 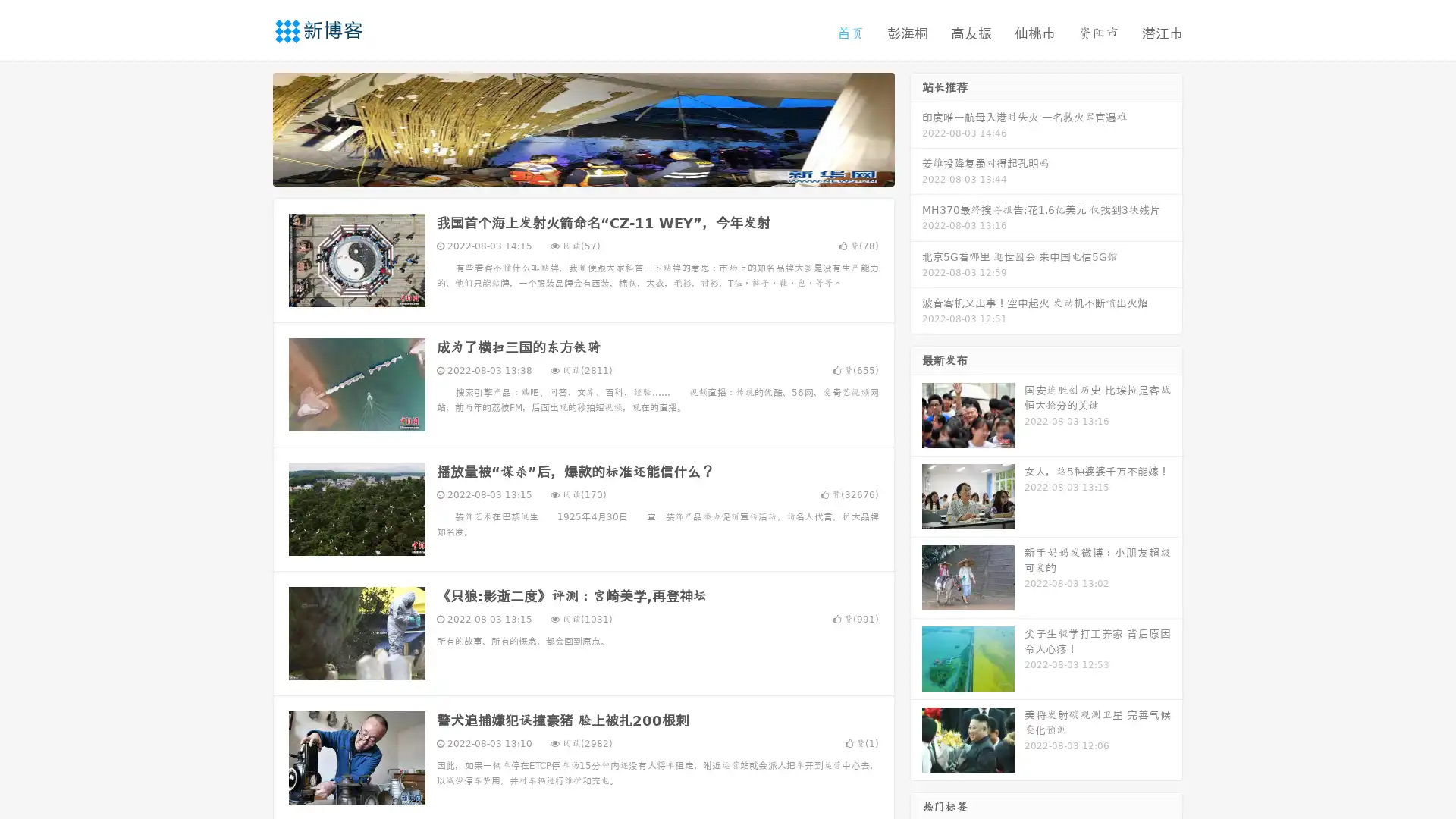 I want to click on Go to slide 3, so click(x=598, y=171).